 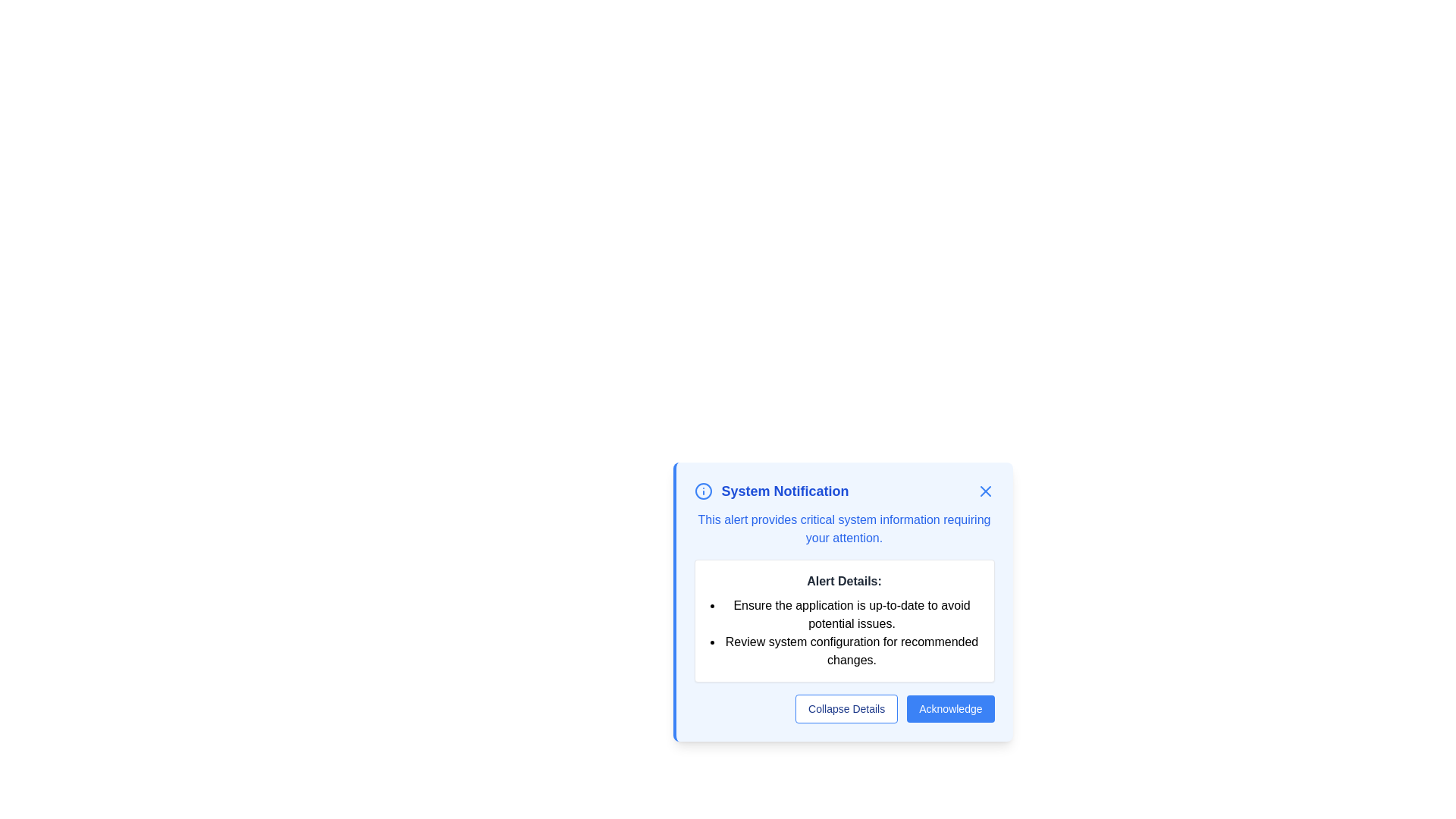 I want to click on the static text element stating 'Review system configuration for recommended changes.' which is the second bullet point in the 'Alert Details' section of the system notification interface, so click(x=852, y=651).